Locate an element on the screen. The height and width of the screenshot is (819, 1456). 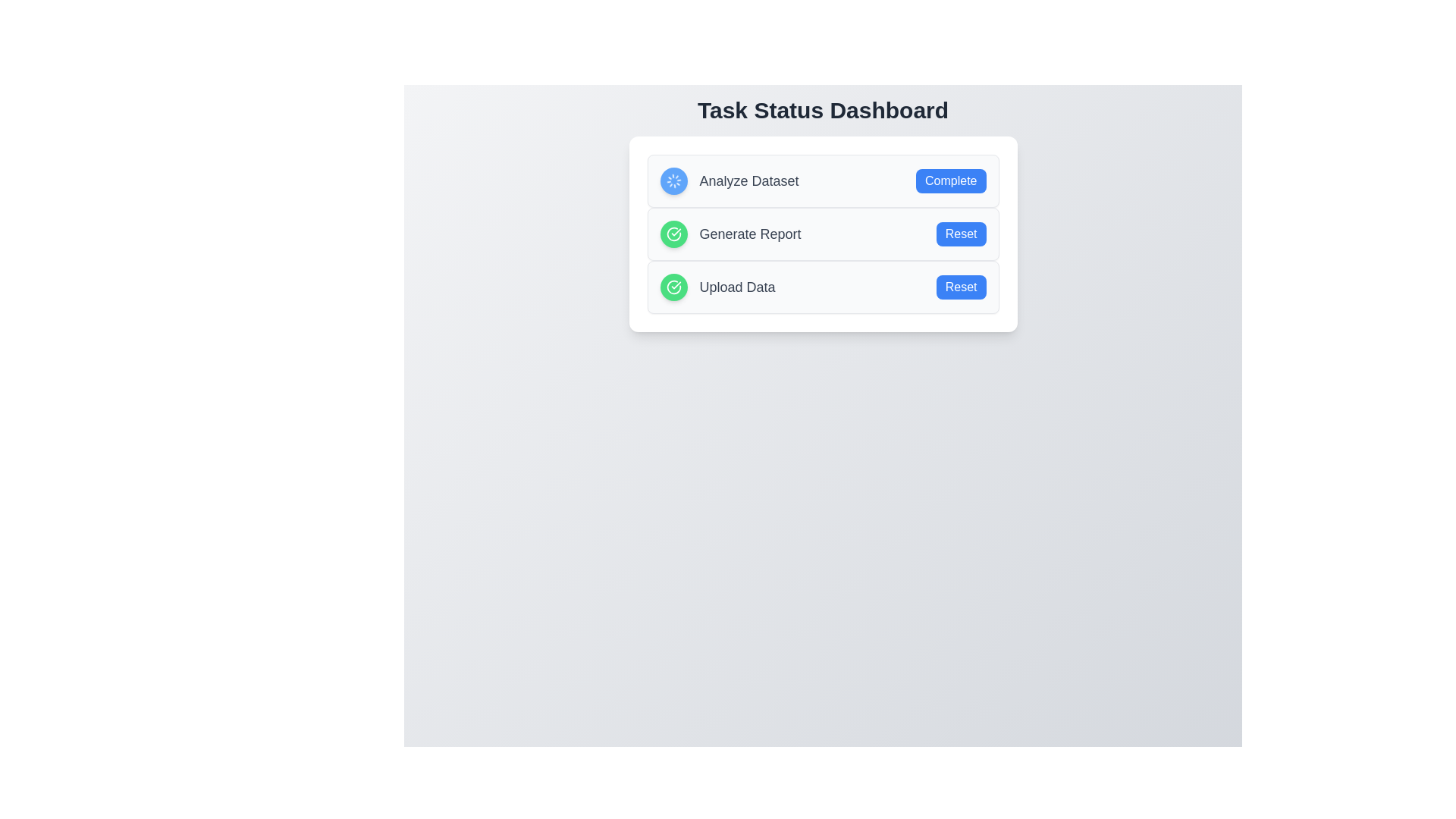
the circular green icon with a white check mark in its center, located in the second row of the task status list is located at coordinates (673, 287).